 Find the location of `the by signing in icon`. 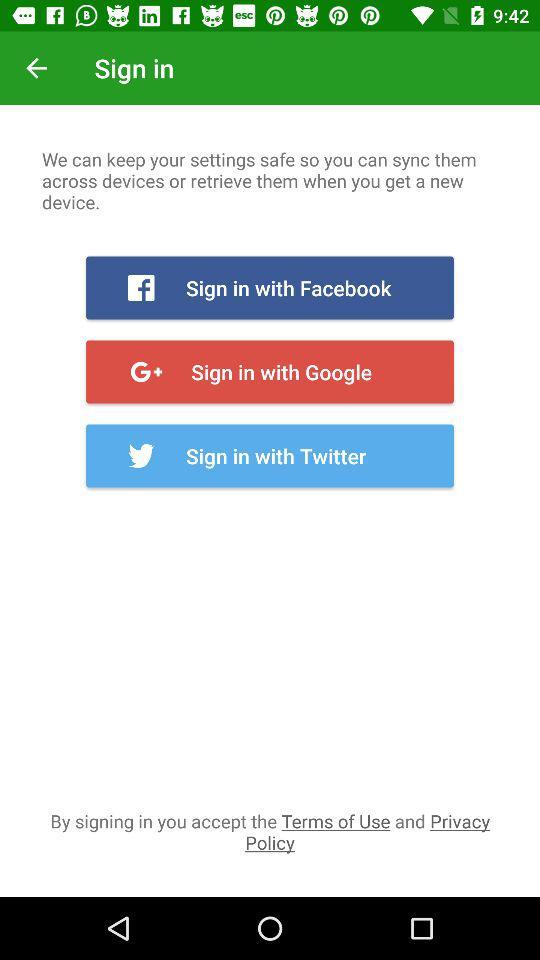

the by signing in icon is located at coordinates (270, 831).